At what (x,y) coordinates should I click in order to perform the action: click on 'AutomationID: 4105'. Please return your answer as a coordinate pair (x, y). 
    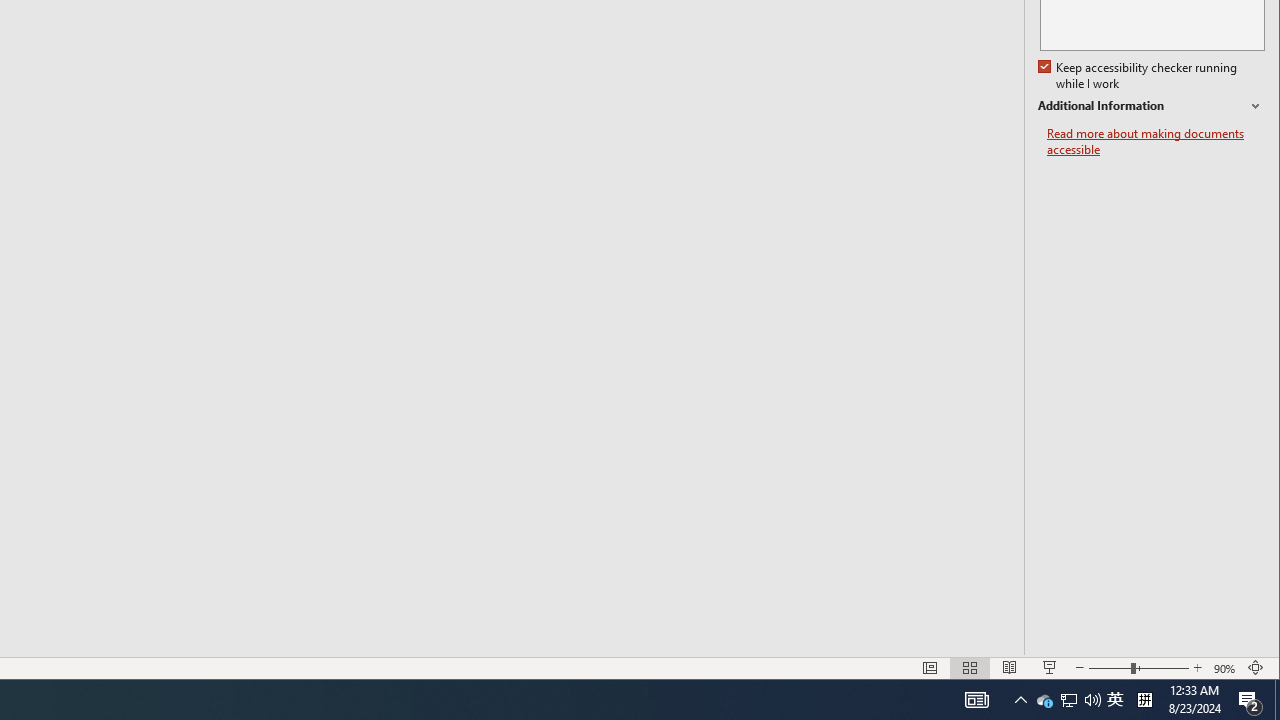
    Looking at the image, I should click on (977, 698).